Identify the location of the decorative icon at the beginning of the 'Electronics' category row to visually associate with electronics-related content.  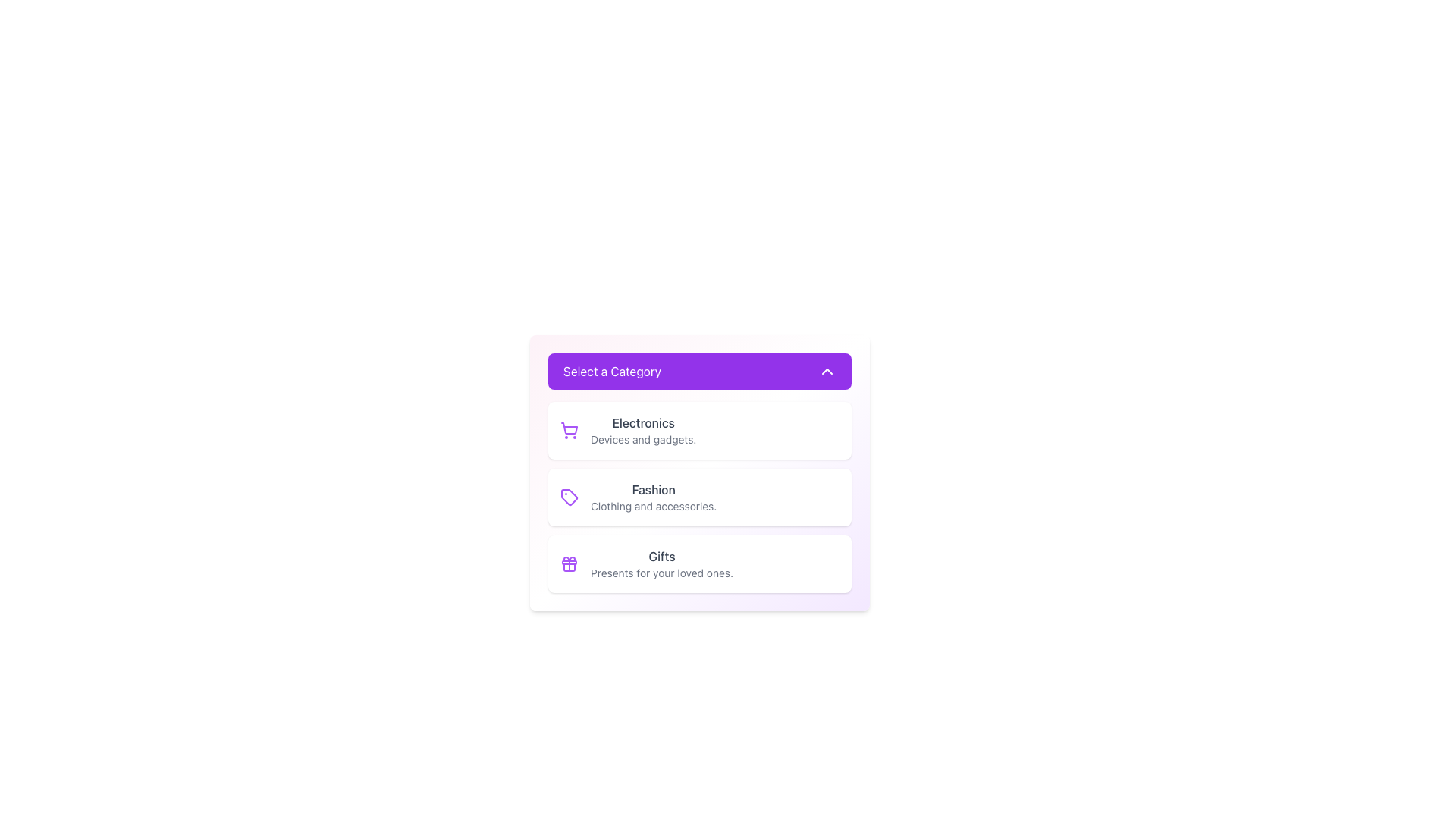
(568, 430).